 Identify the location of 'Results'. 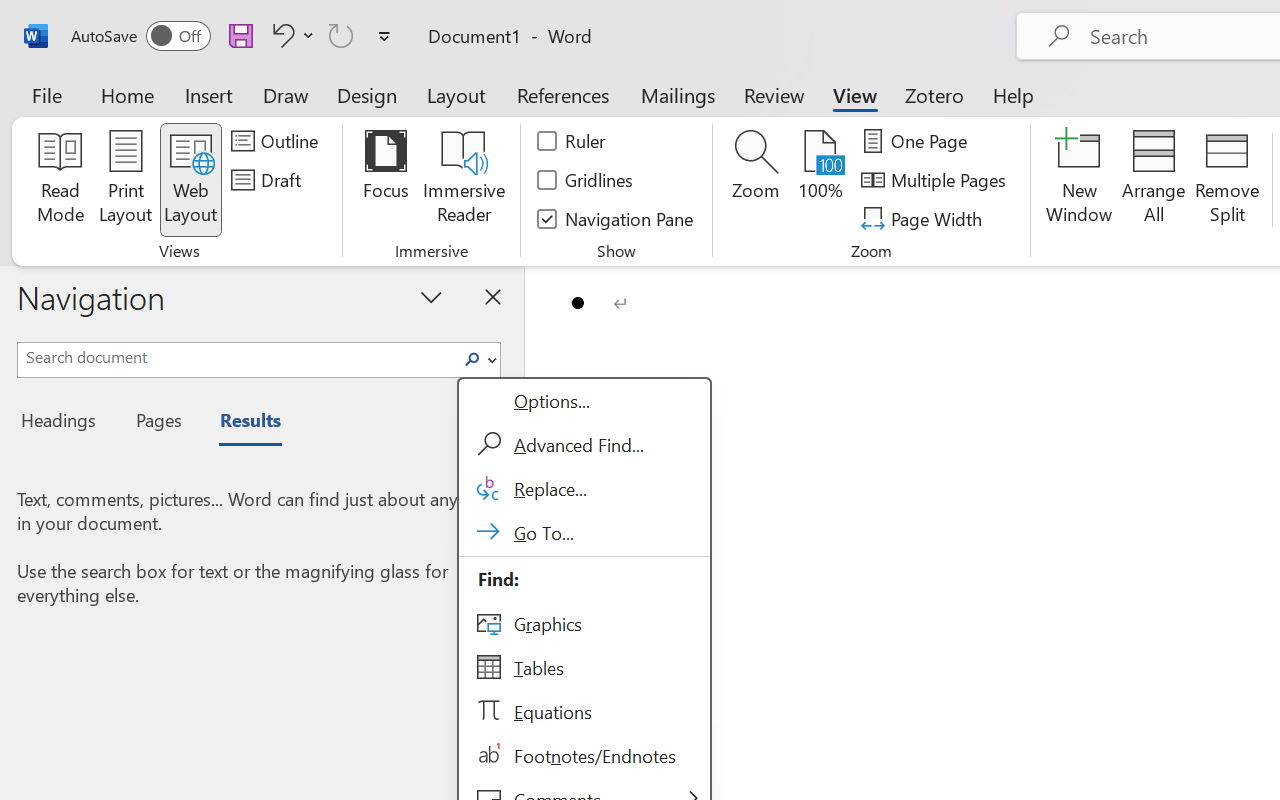
(240, 423).